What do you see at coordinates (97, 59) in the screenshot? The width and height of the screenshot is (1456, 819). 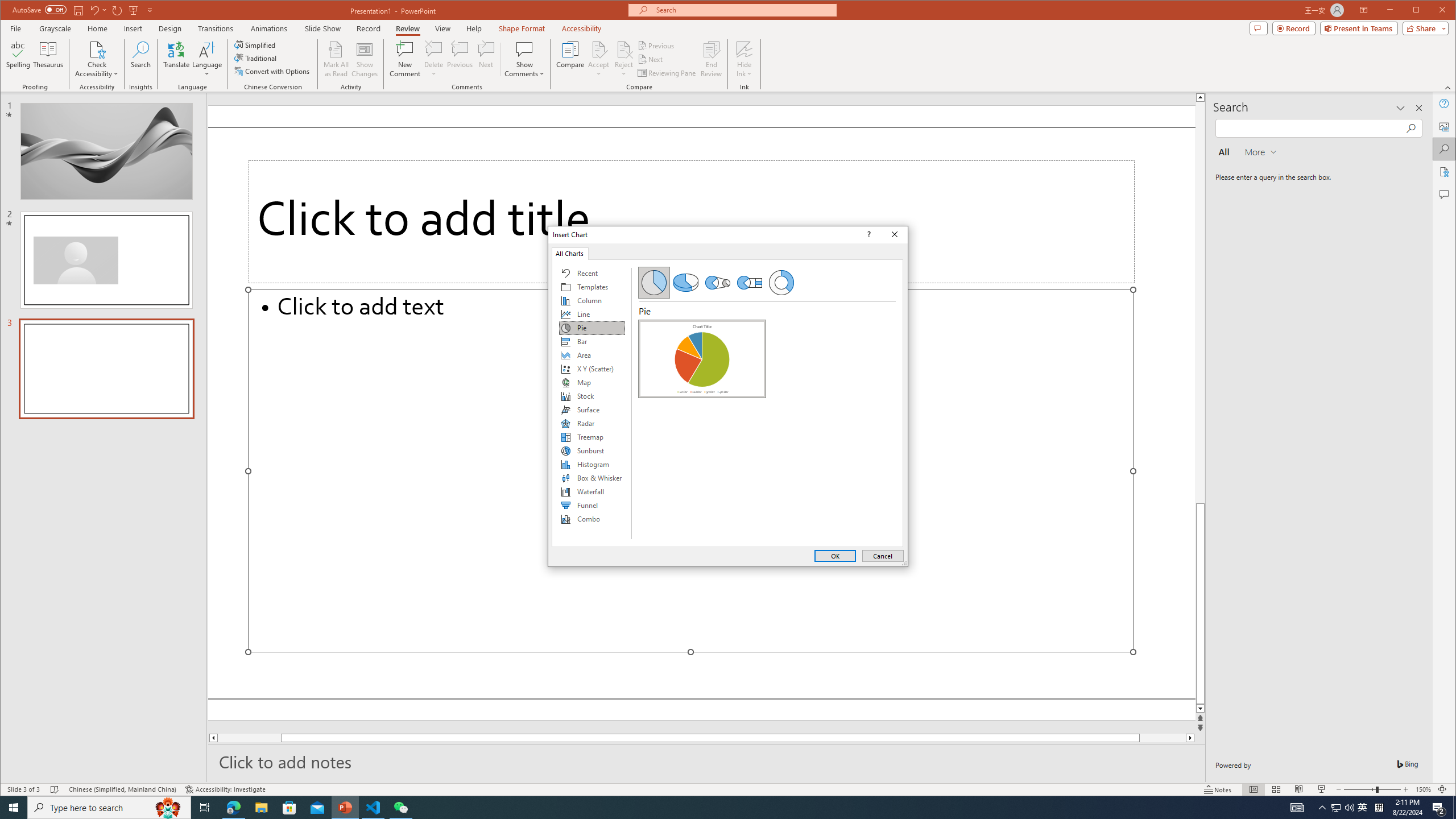 I see `'Check Accessibility'` at bounding box center [97, 59].